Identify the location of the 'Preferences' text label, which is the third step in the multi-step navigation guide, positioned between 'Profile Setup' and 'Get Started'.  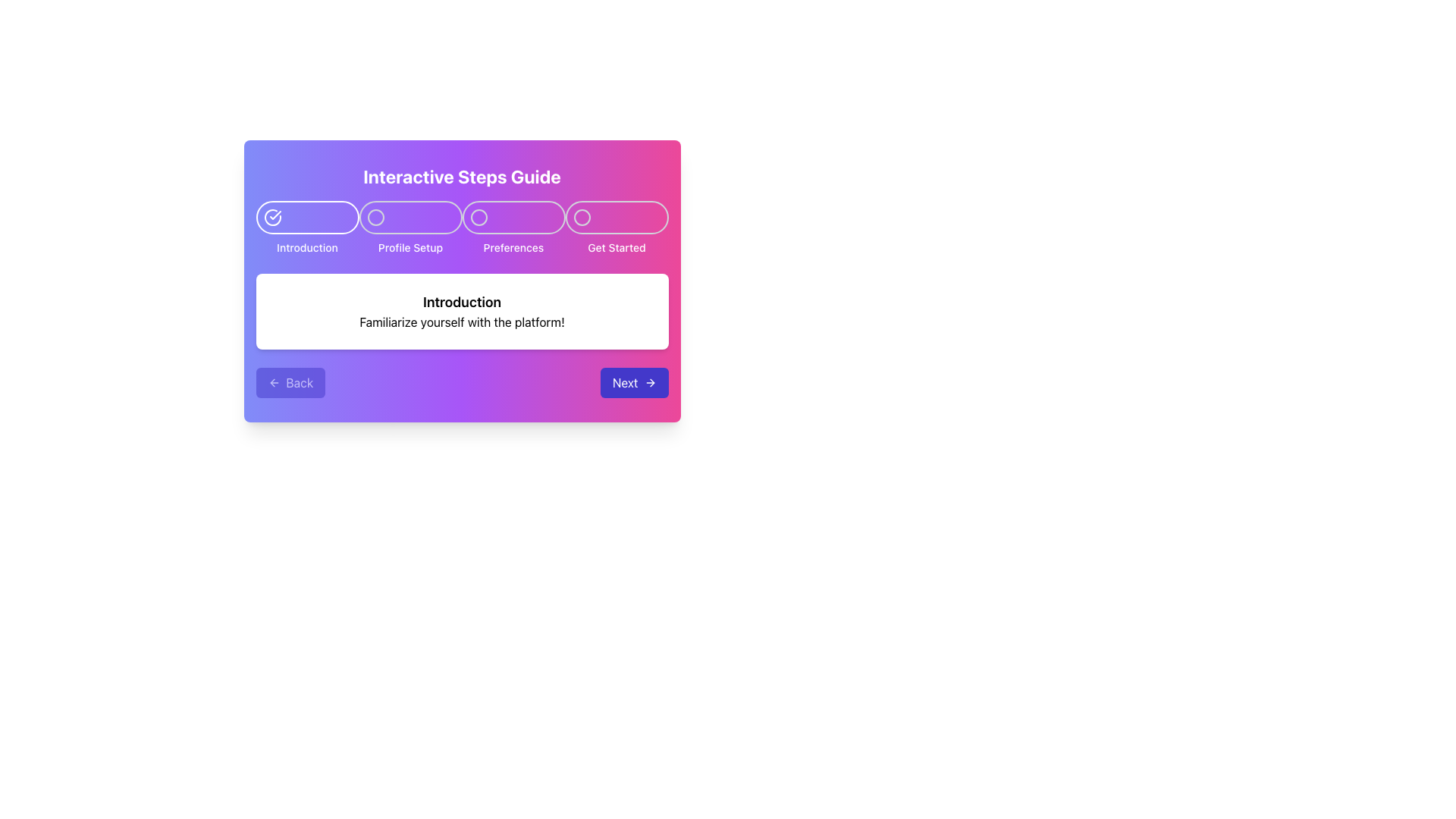
(513, 247).